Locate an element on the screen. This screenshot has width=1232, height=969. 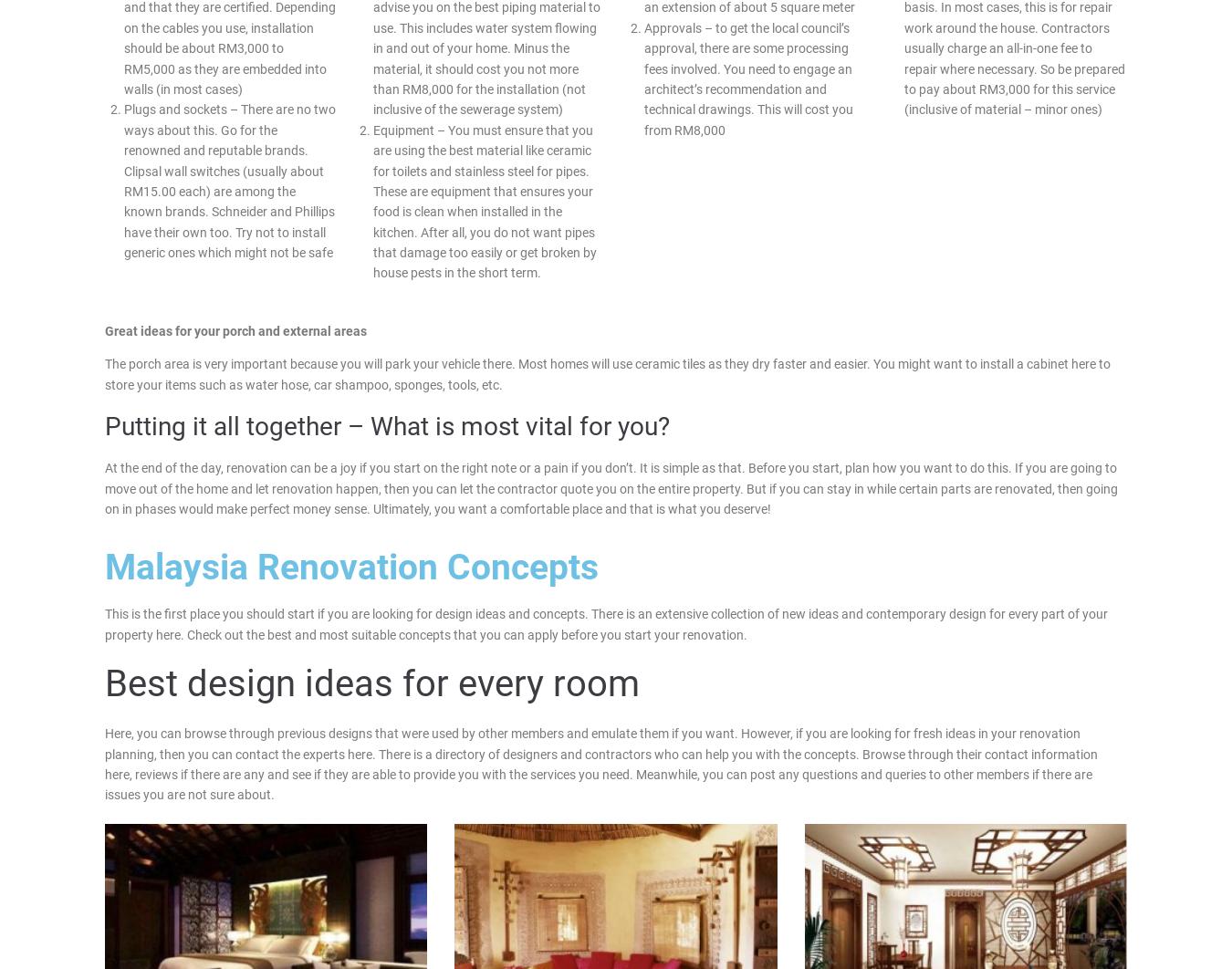
'Approvals – to get the local council’s approval, there are some processing fees involved. You need to engage an architect’s recommendation and technical drawings. This will cost you from RM8,000' is located at coordinates (747, 78).